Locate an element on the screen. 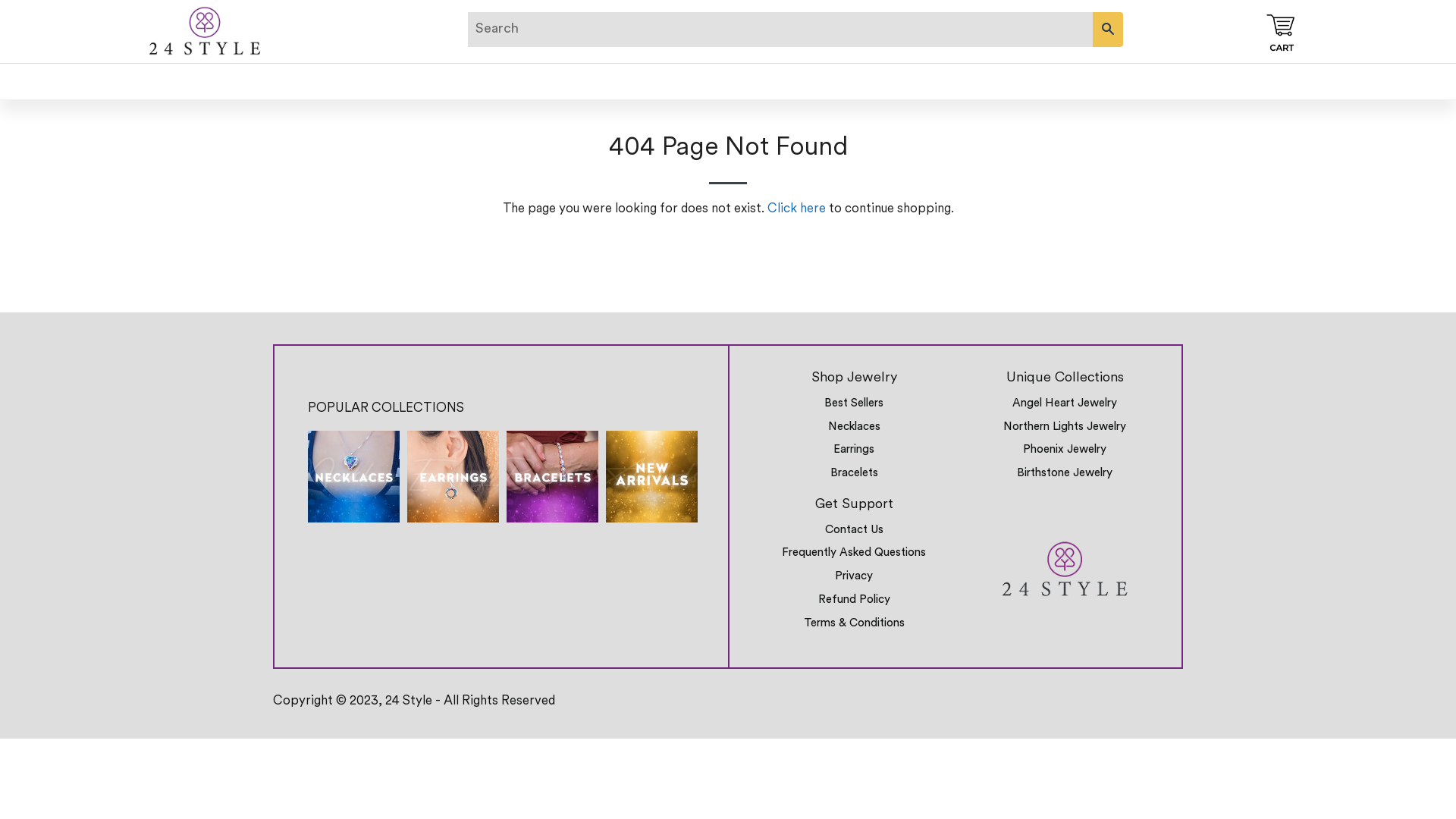 This screenshot has height=819, width=1456. 'Birthstone Jewelry' is located at coordinates (1063, 472).